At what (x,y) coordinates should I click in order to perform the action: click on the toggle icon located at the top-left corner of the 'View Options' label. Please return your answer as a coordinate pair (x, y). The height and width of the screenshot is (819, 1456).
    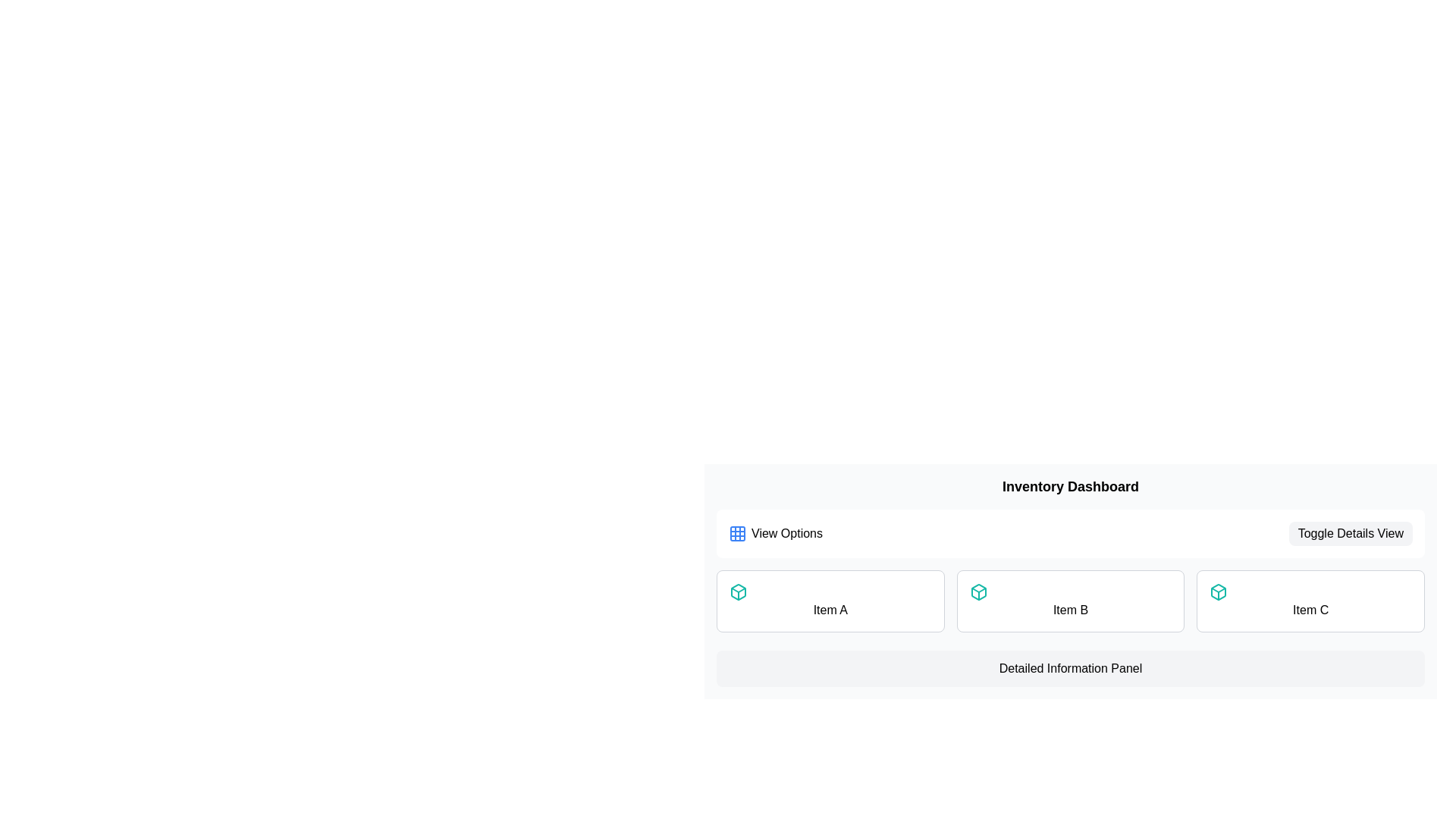
    Looking at the image, I should click on (738, 533).